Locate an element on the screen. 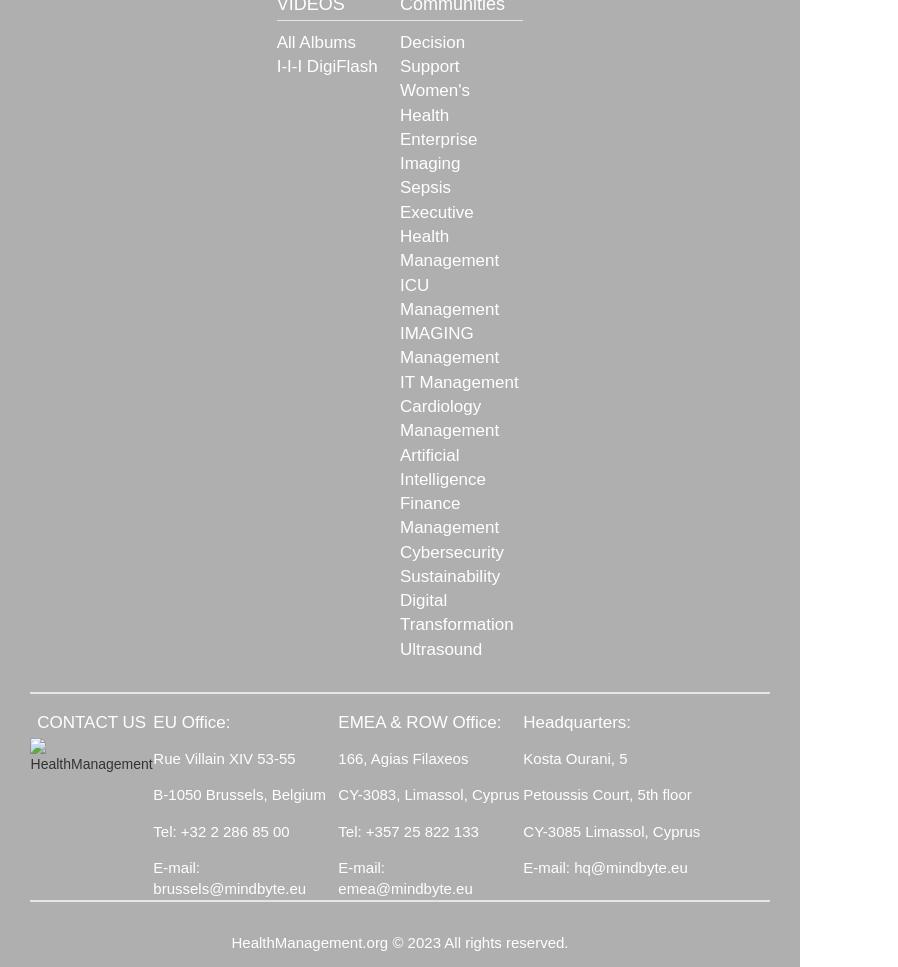 The height and width of the screenshot is (967, 898). 'B-1050 Brussels, Belgium' is located at coordinates (238, 793).